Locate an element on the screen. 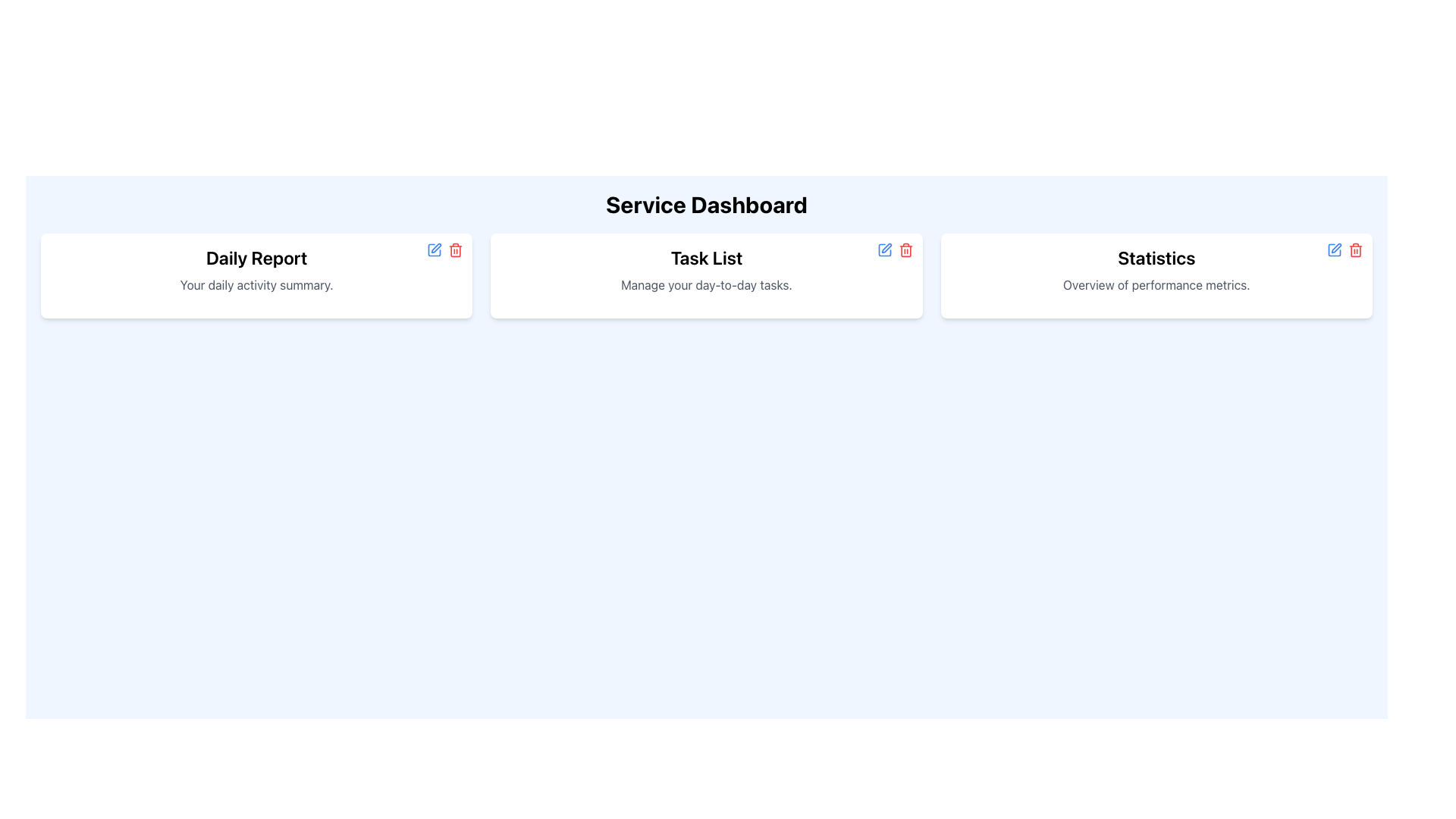 The height and width of the screenshot is (819, 1456). the text block styled with gray color that contains 'Overview of performance metrics.' positioned below the header 'Statistics' is located at coordinates (1156, 284).